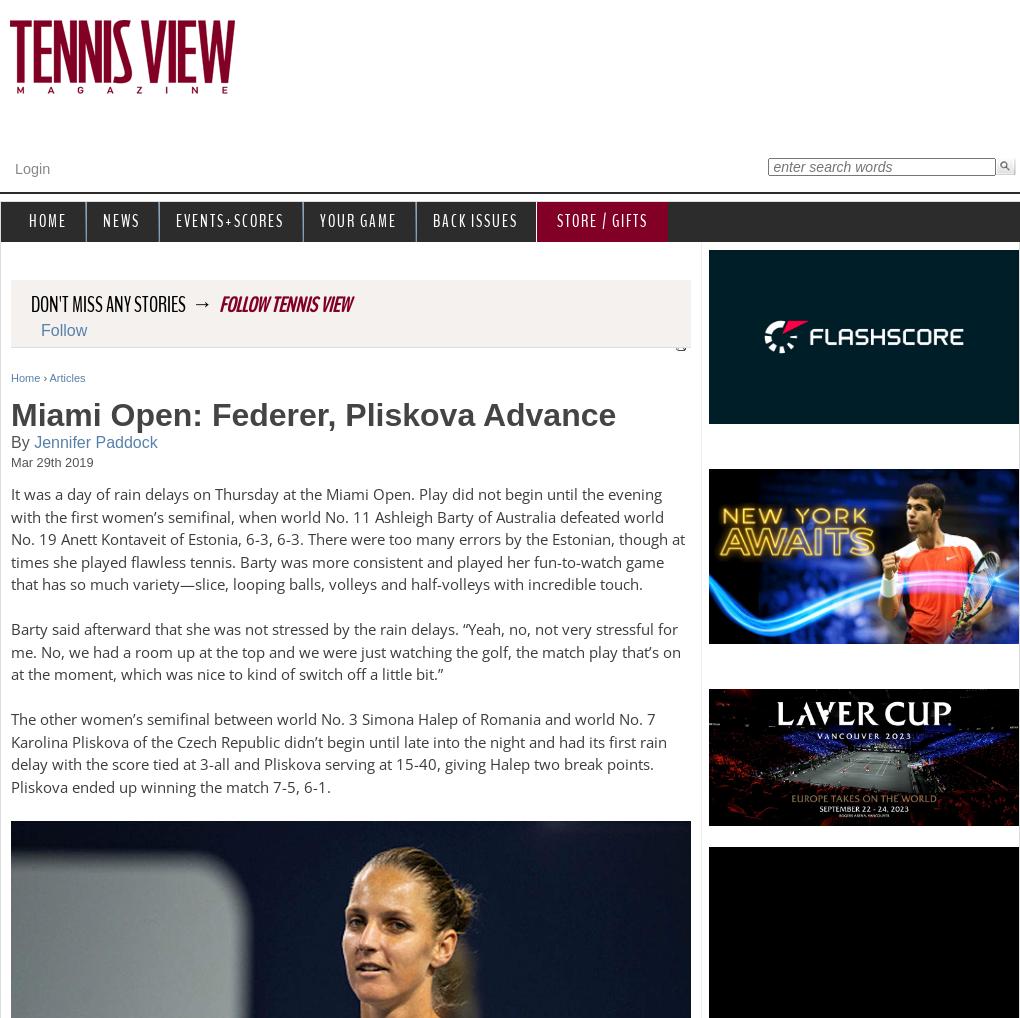  What do you see at coordinates (337, 526) in the screenshot?
I see `'Ashleigh Barty of Australia defeated world No.'` at bounding box center [337, 526].